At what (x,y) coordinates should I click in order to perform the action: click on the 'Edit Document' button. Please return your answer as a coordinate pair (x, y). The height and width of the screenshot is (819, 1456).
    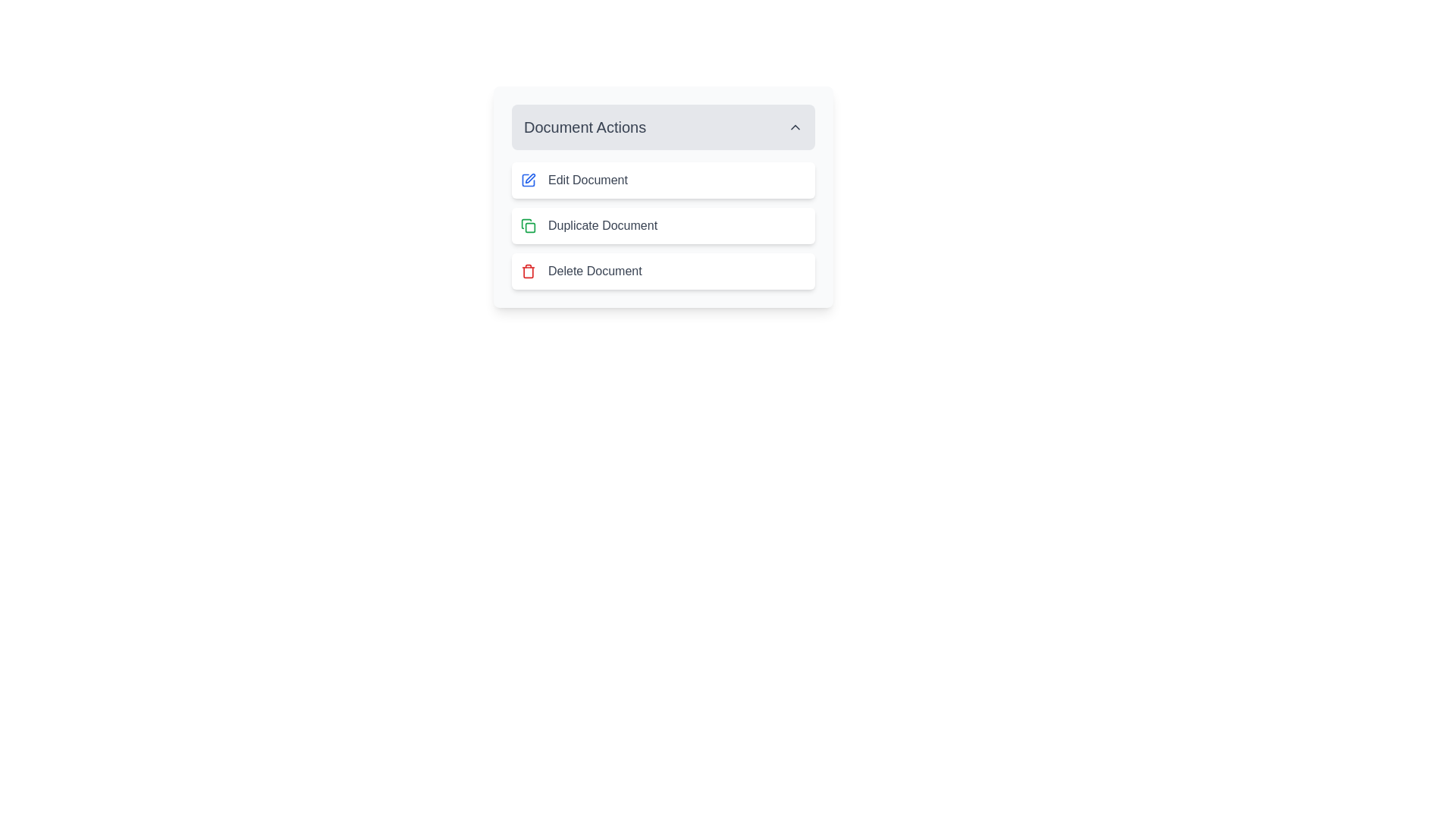
    Looking at the image, I should click on (663, 196).